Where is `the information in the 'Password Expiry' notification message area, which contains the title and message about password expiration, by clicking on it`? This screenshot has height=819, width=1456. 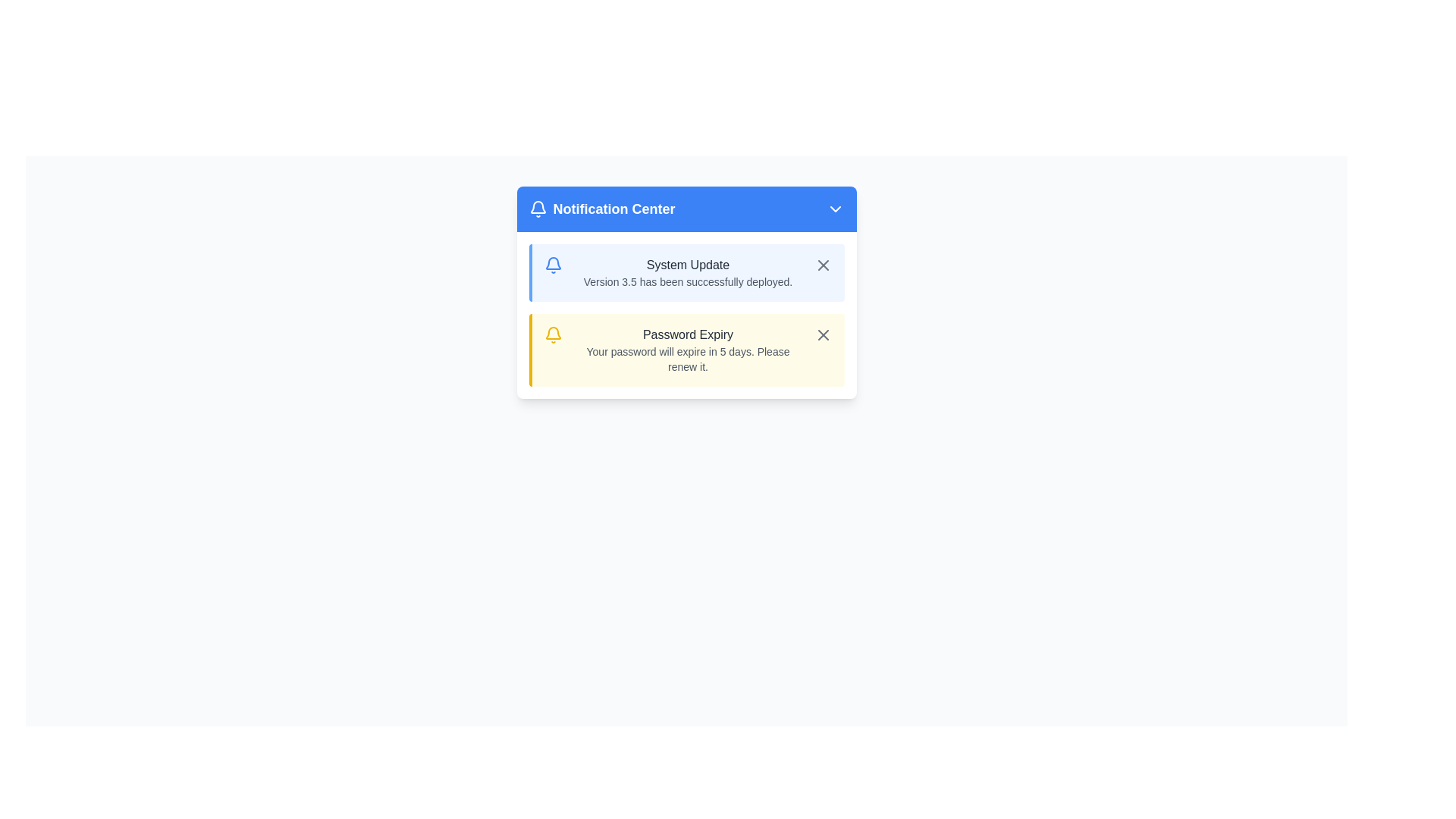 the information in the 'Password Expiry' notification message area, which contains the title and message about password expiration, by clicking on it is located at coordinates (687, 350).